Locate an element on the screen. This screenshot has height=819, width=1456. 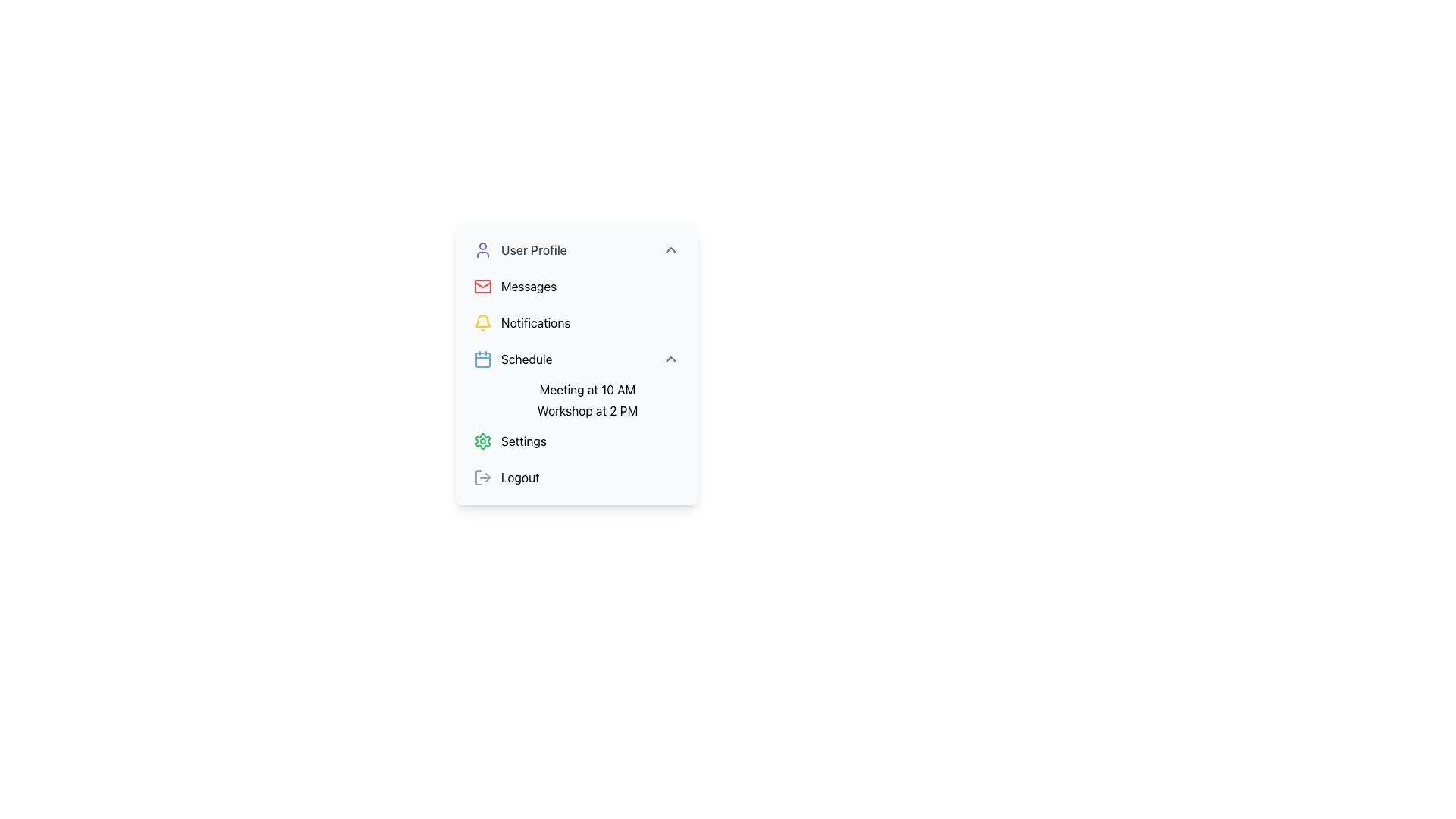
the Notifications menu is located at coordinates (482, 320).